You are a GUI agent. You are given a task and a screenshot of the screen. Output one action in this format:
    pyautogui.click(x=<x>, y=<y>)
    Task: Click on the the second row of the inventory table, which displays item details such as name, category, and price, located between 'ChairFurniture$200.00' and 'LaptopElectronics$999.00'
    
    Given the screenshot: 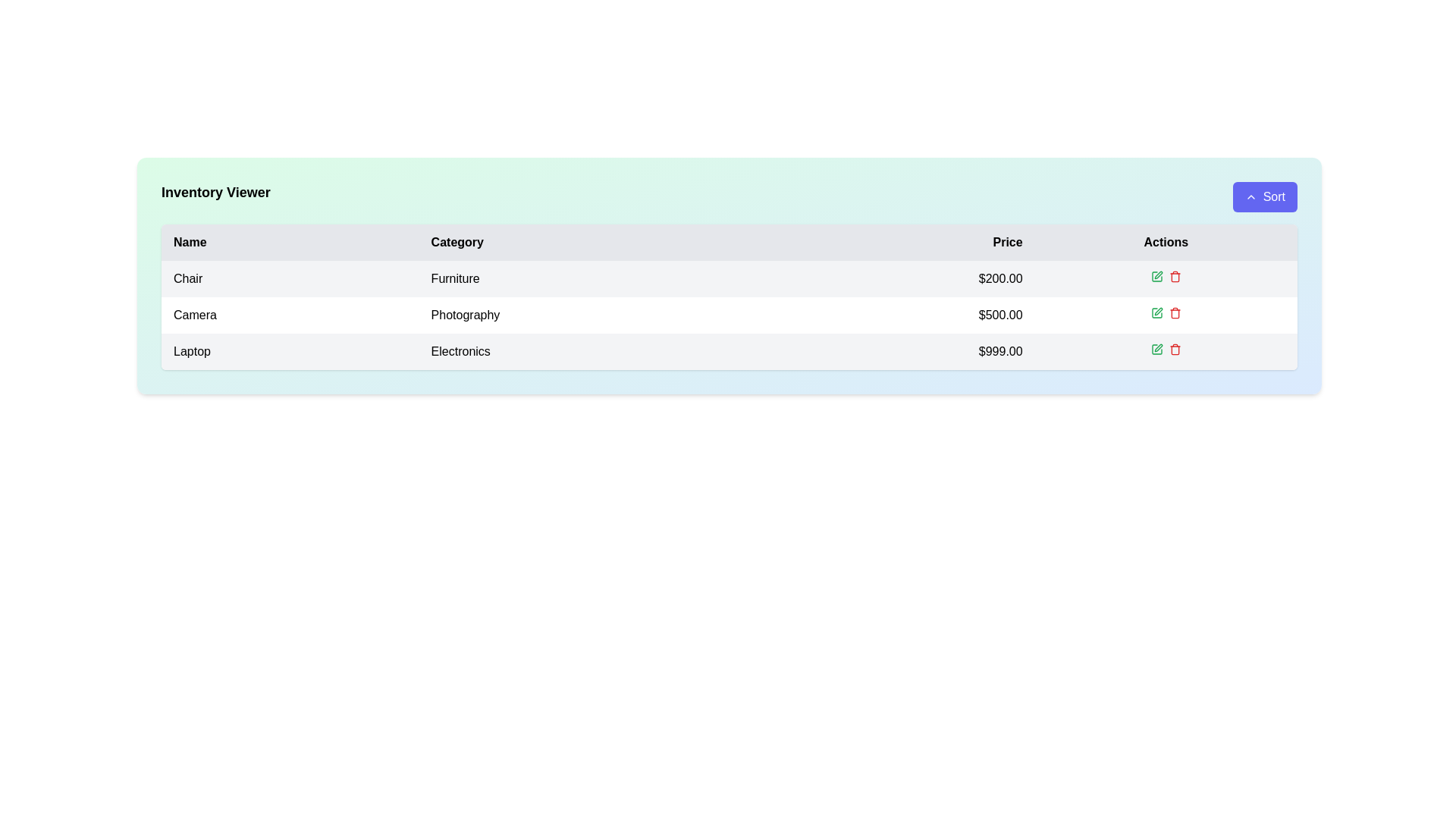 What is the action you would take?
    pyautogui.click(x=729, y=315)
    